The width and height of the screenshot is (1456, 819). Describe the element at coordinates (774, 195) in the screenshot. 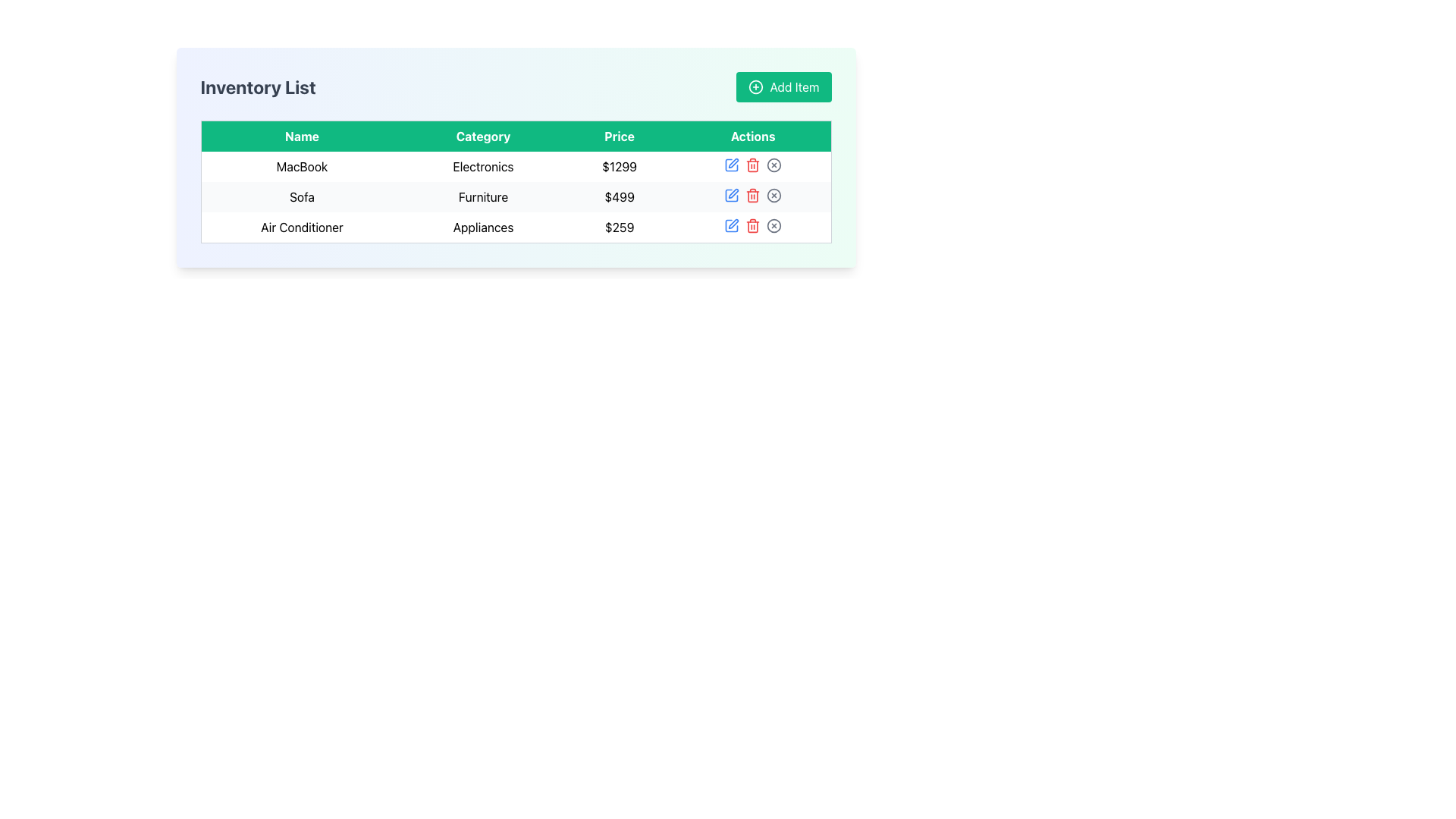

I see `the circular icon element with a thin border that represents actions related to the 'Sofa' row in the table` at that location.